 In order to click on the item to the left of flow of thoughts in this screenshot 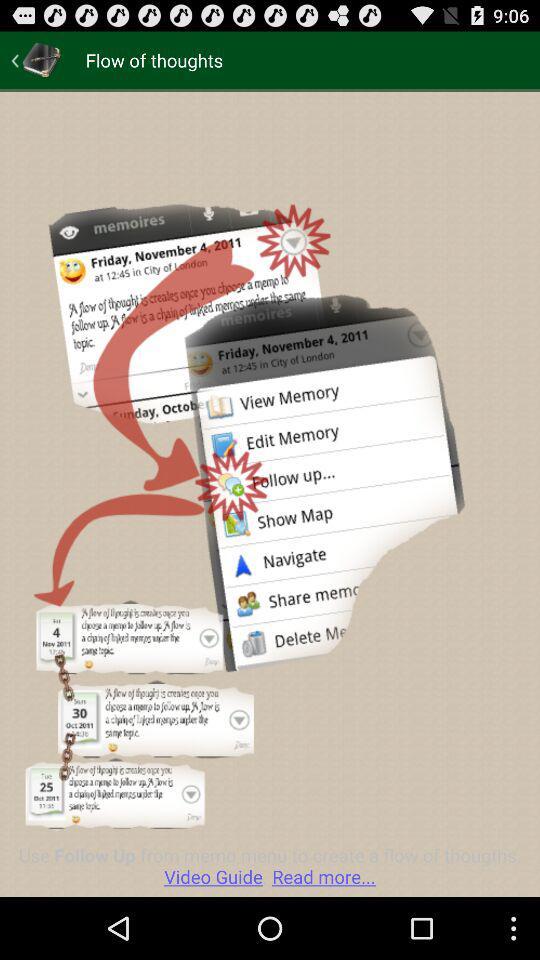, I will do `click(36, 59)`.